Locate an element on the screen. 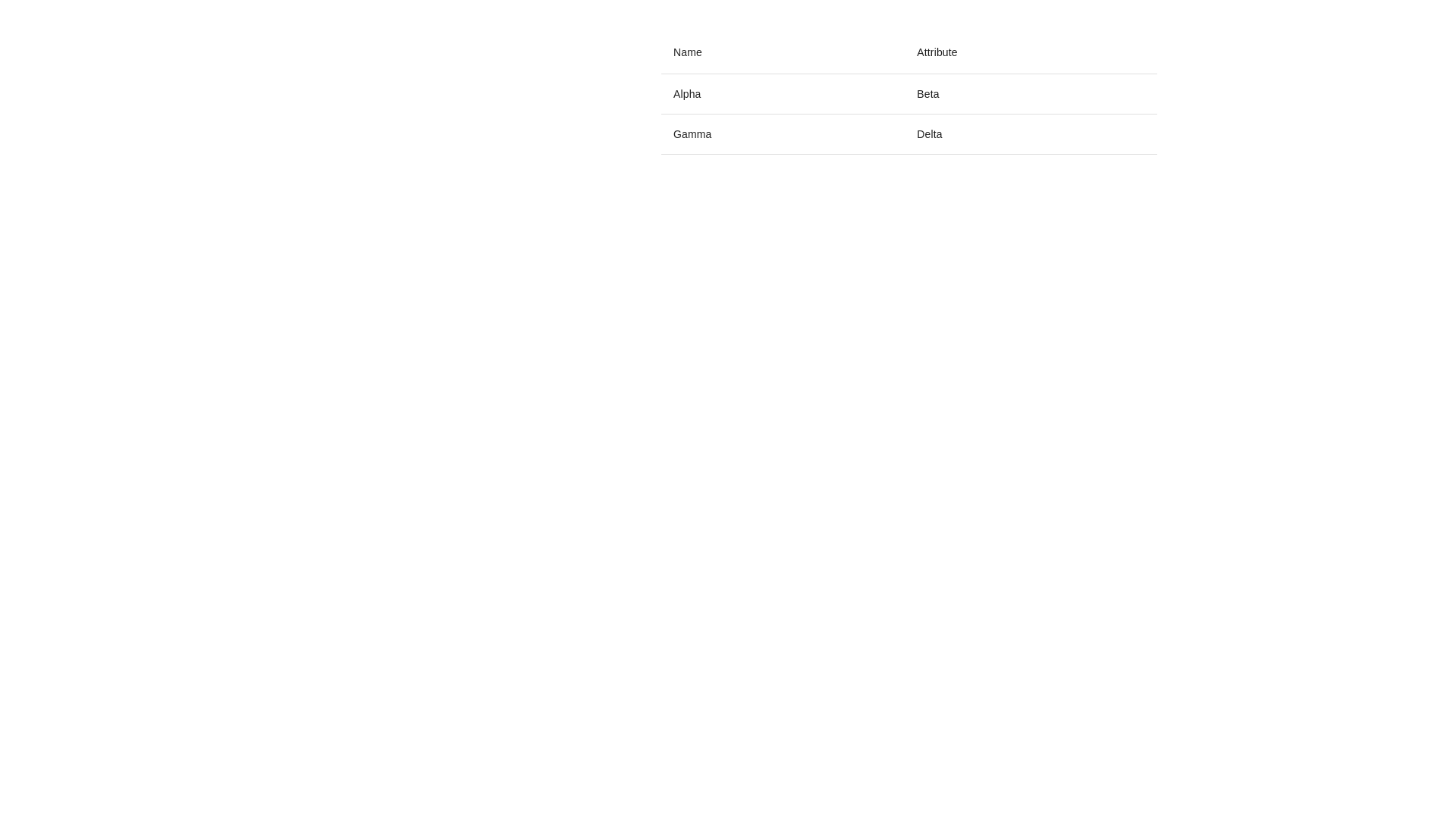  the table cell displaying 'Beta' in bold, sans-serif font, located in the 'Attribute' column next to the 'Alpha' cell is located at coordinates (1031, 93).